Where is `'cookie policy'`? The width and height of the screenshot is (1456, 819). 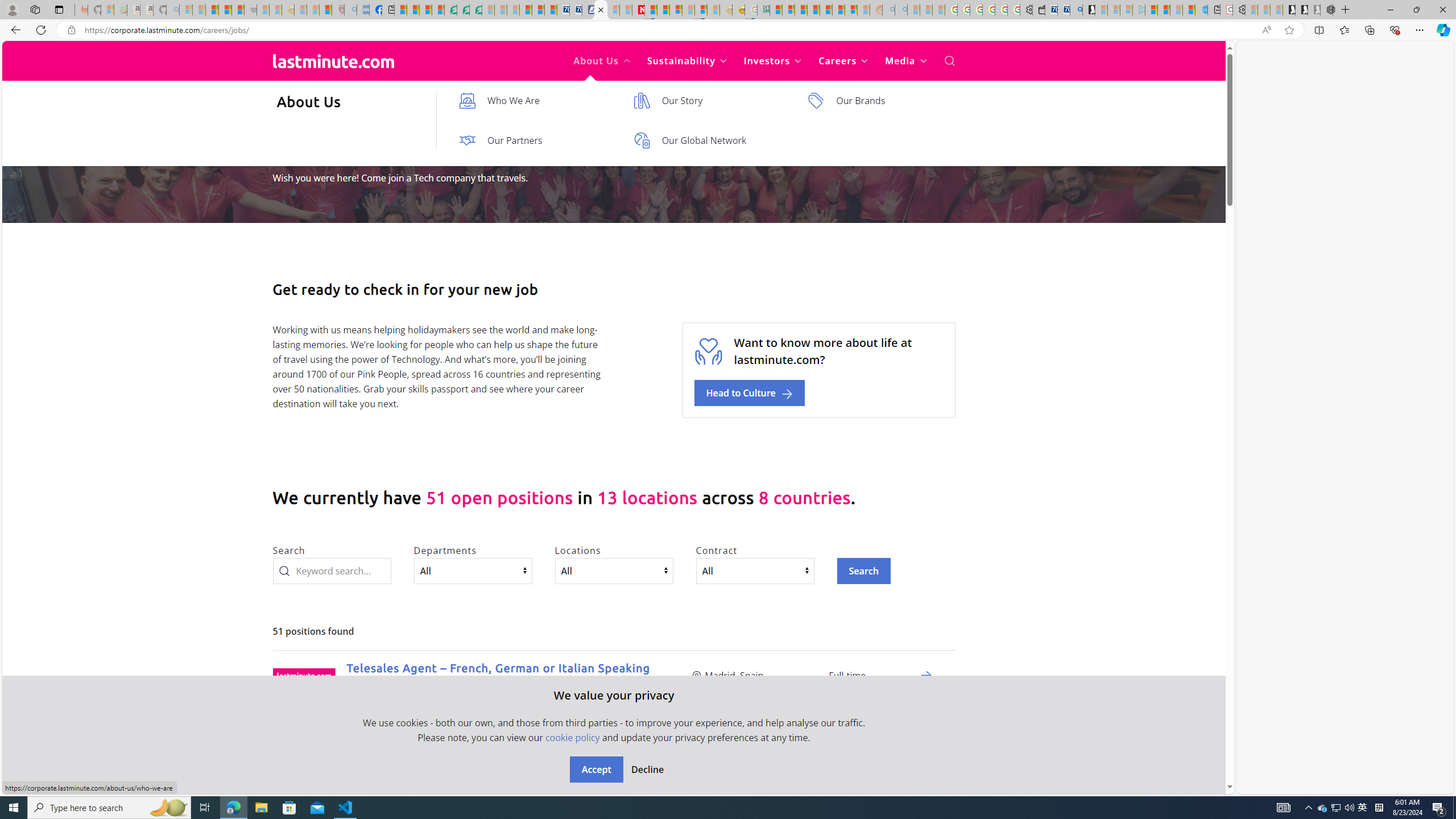
'cookie policy' is located at coordinates (572, 737).